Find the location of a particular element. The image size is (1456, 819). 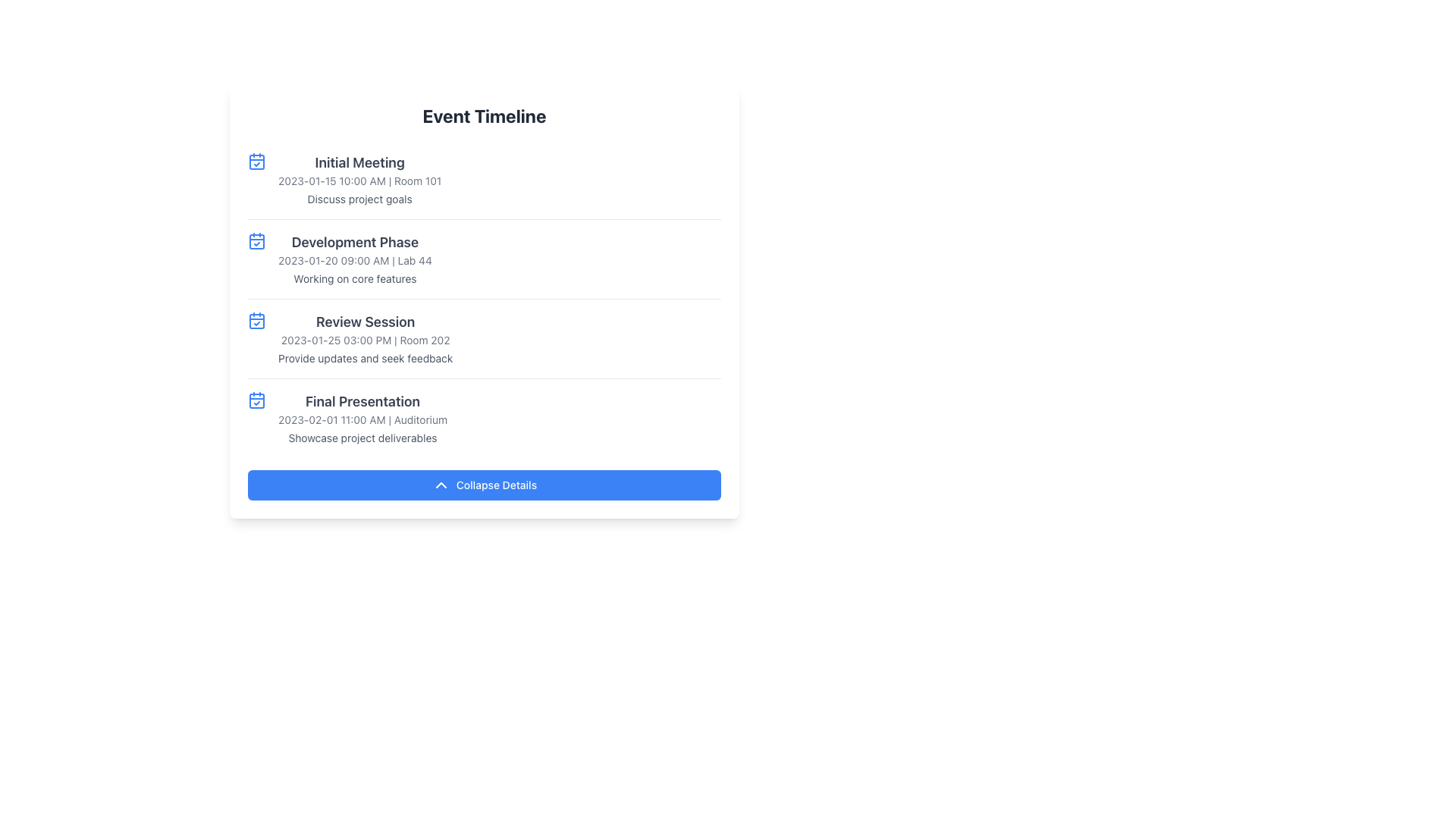

the icon indicating a scheduled session or event in the 'Review Session' section of the 'Event Timeline' list, located to the far left before the text description is located at coordinates (257, 320).